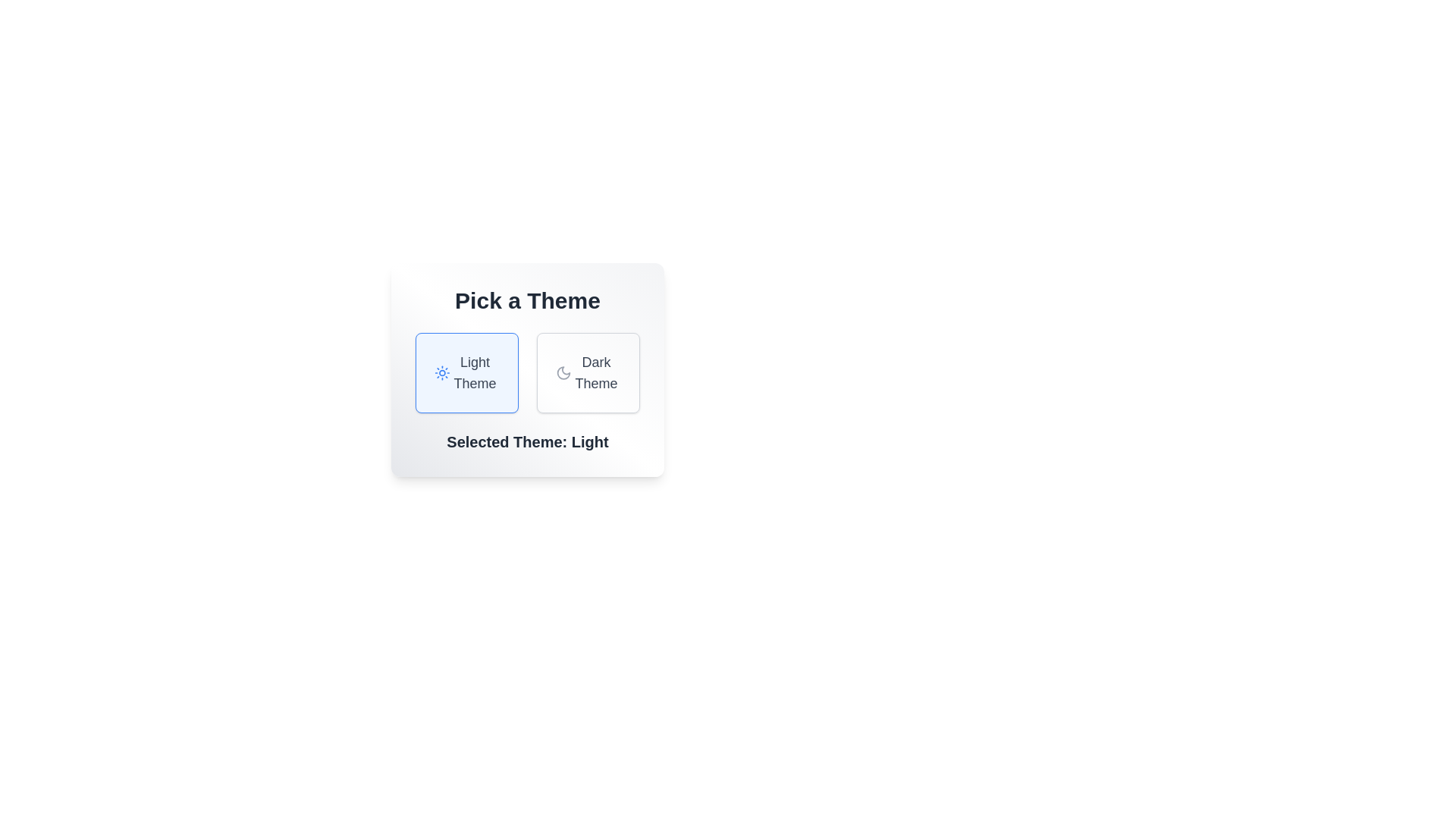 Image resolution: width=1456 pixels, height=819 pixels. I want to click on static text that displays the currently selected theme, located at the bottom of the card section under the heading 'Pick a Theme', so click(528, 441).